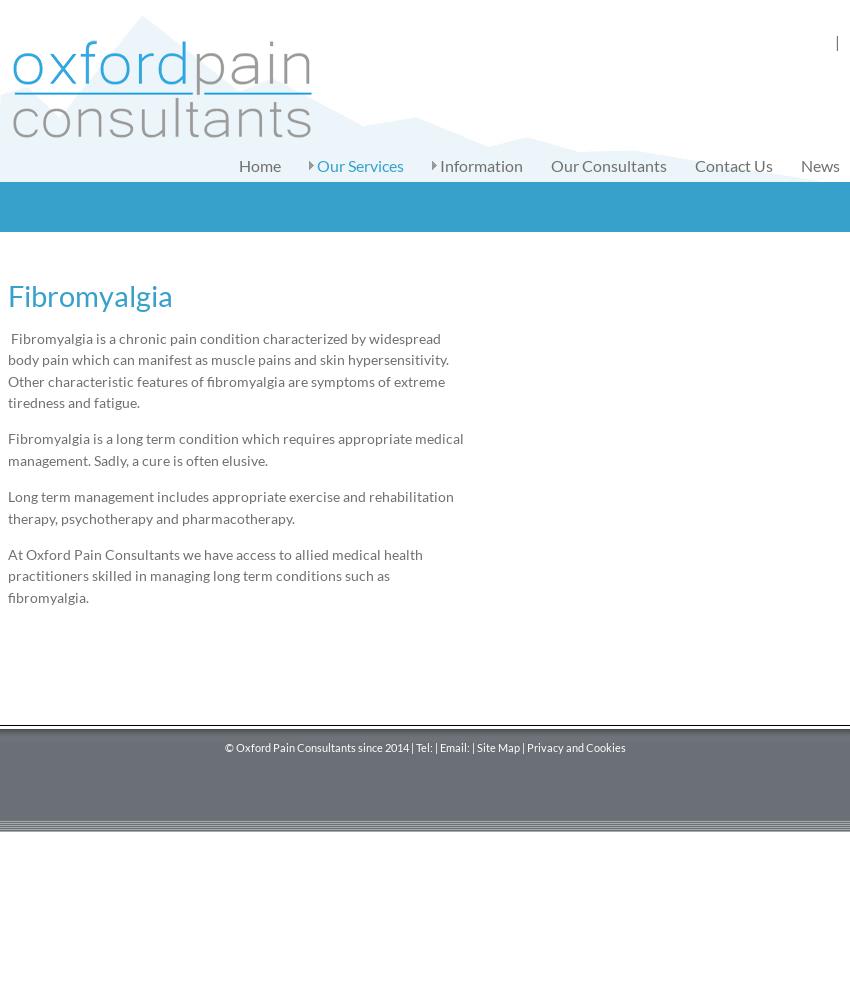 The width and height of the screenshot is (850, 1000). Describe the element at coordinates (235, 448) in the screenshot. I see `'Fibromyalgia is a long term condition which requires appropriate medical management. Sadly, a cure is often elusive.'` at that location.